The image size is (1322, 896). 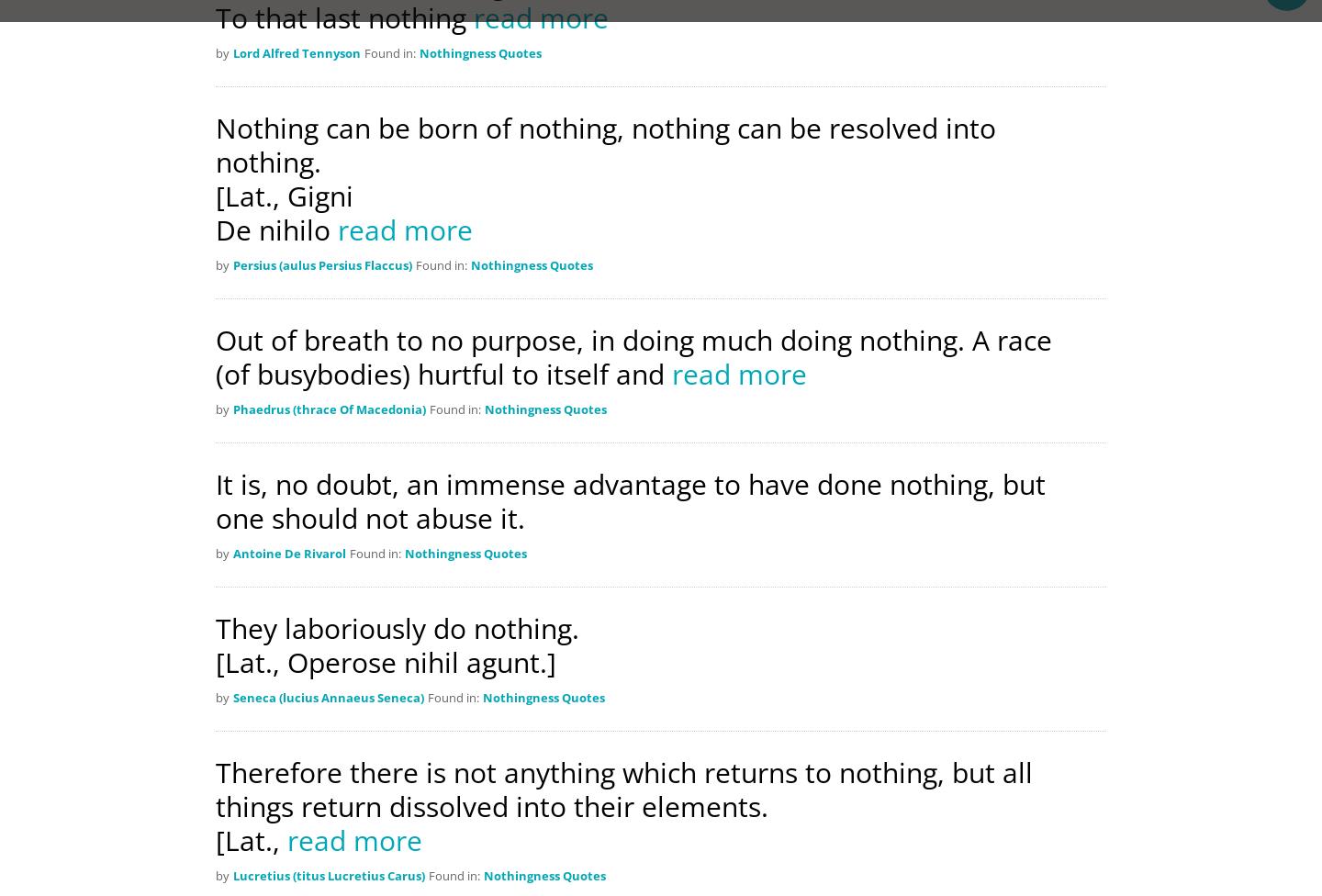 What do you see at coordinates (232, 875) in the screenshot?
I see `'Lucretius (titus Lucretius Carus)'` at bounding box center [232, 875].